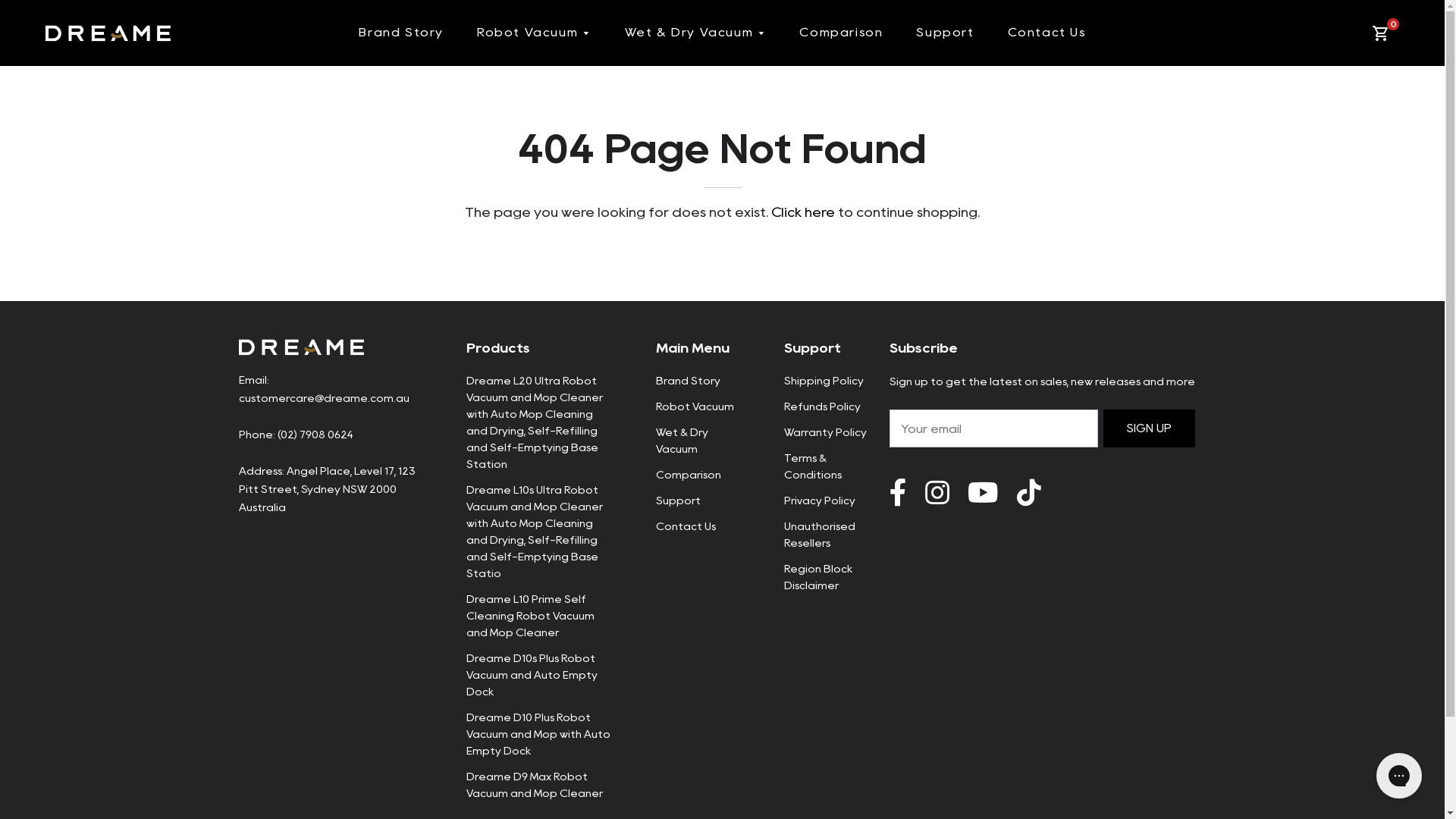 The width and height of the screenshot is (1456, 819). Describe the element at coordinates (676, 500) in the screenshot. I see `'Support'` at that location.